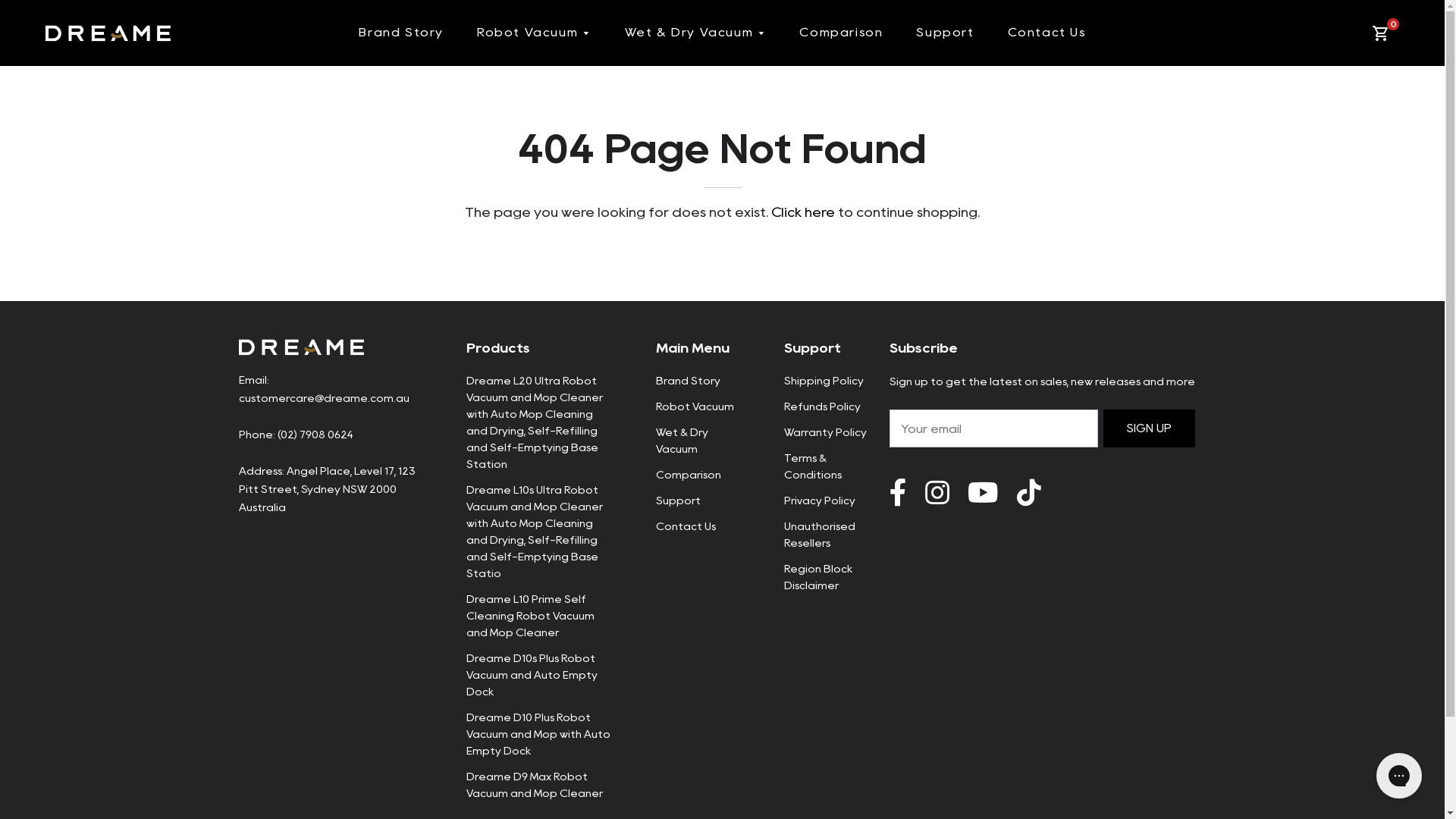 The width and height of the screenshot is (1456, 819). Describe the element at coordinates (676, 500) in the screenshot. I see `'Support'` at that location.